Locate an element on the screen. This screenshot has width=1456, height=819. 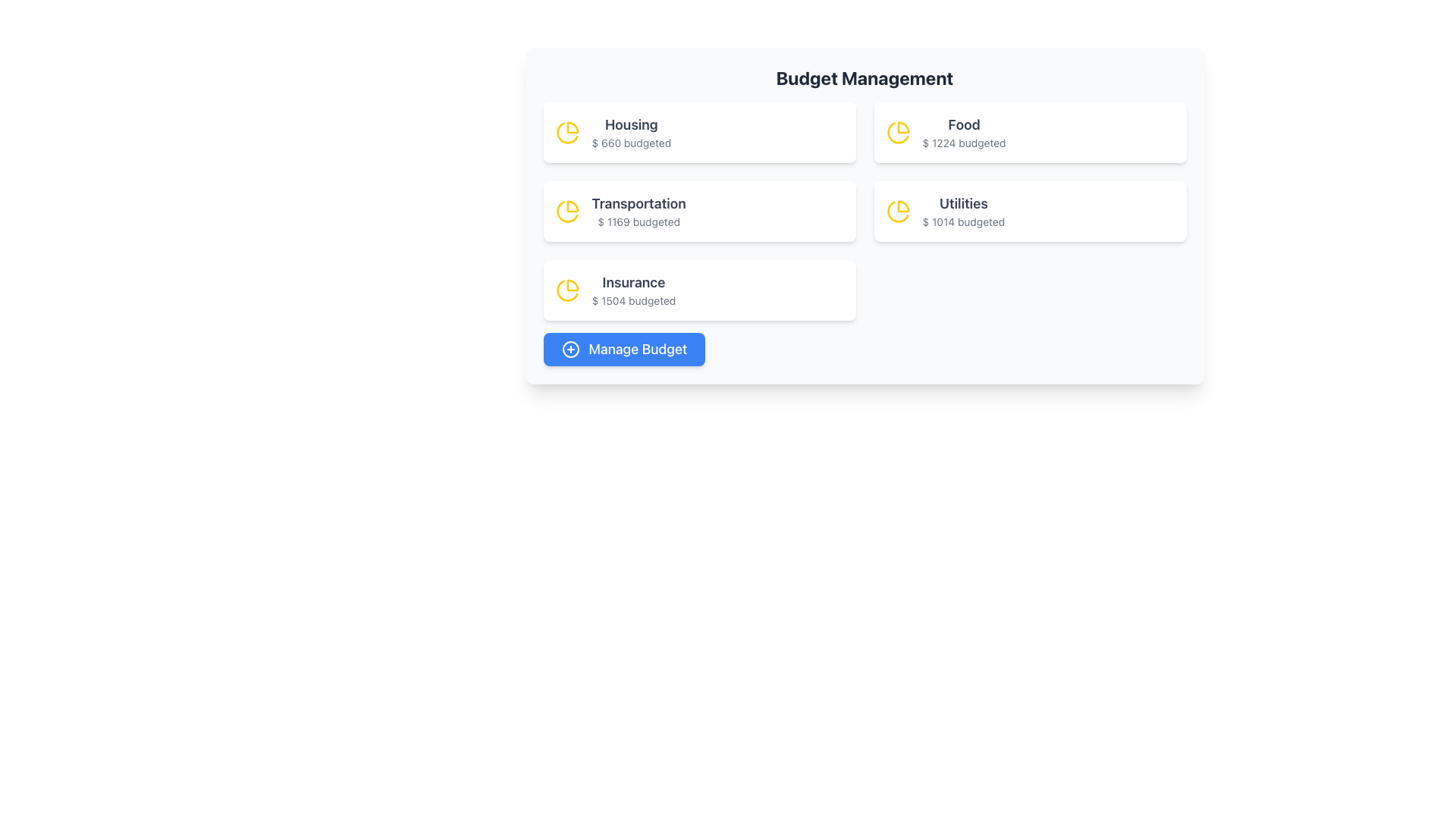
the 'Housing' budget category icon located within the 'Budget Management' panel, which visually represents the housing budget is located at coordinates (566, 131).